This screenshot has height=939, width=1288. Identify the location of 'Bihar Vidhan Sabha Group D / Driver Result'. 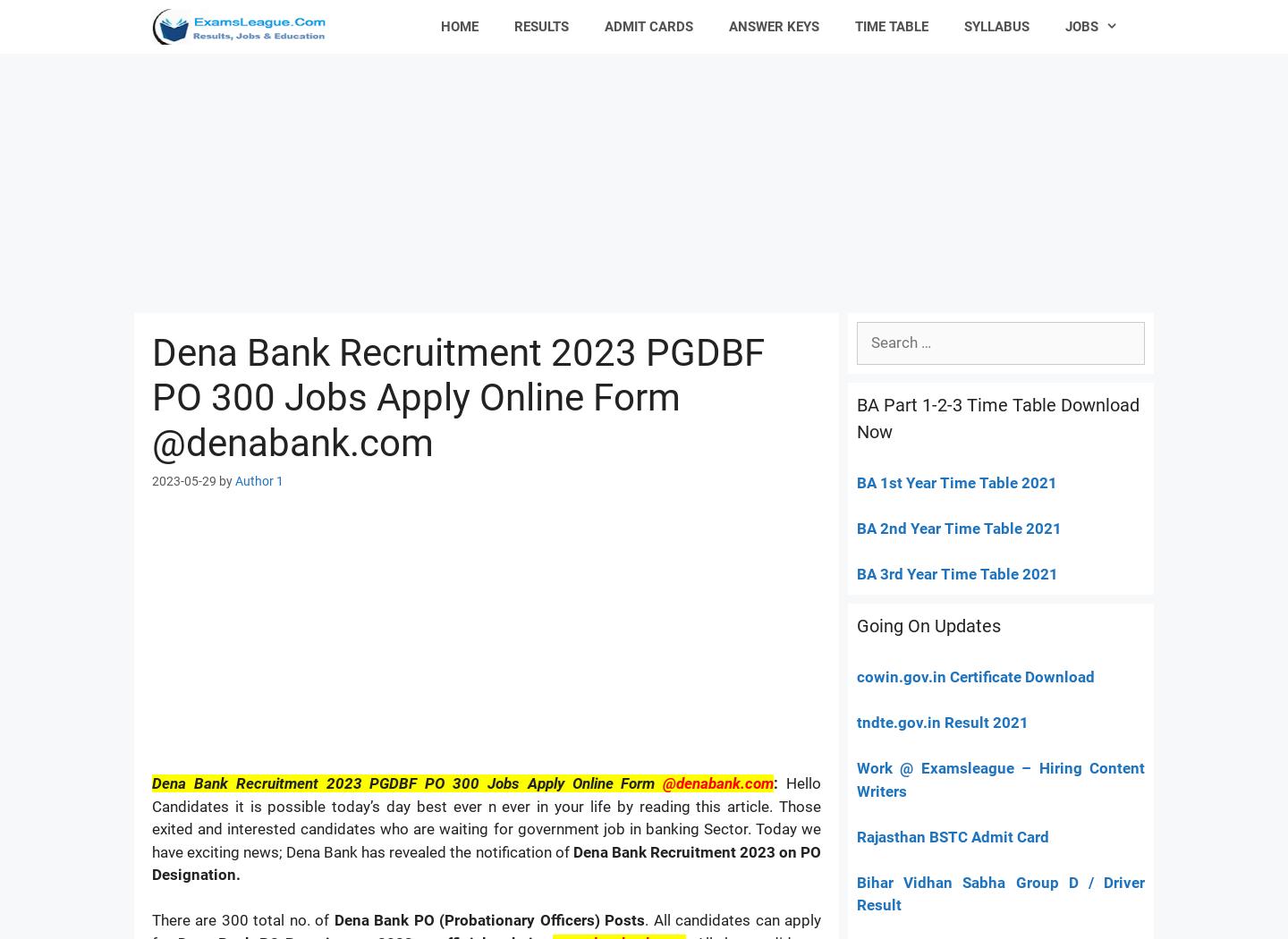
(1000, 892).